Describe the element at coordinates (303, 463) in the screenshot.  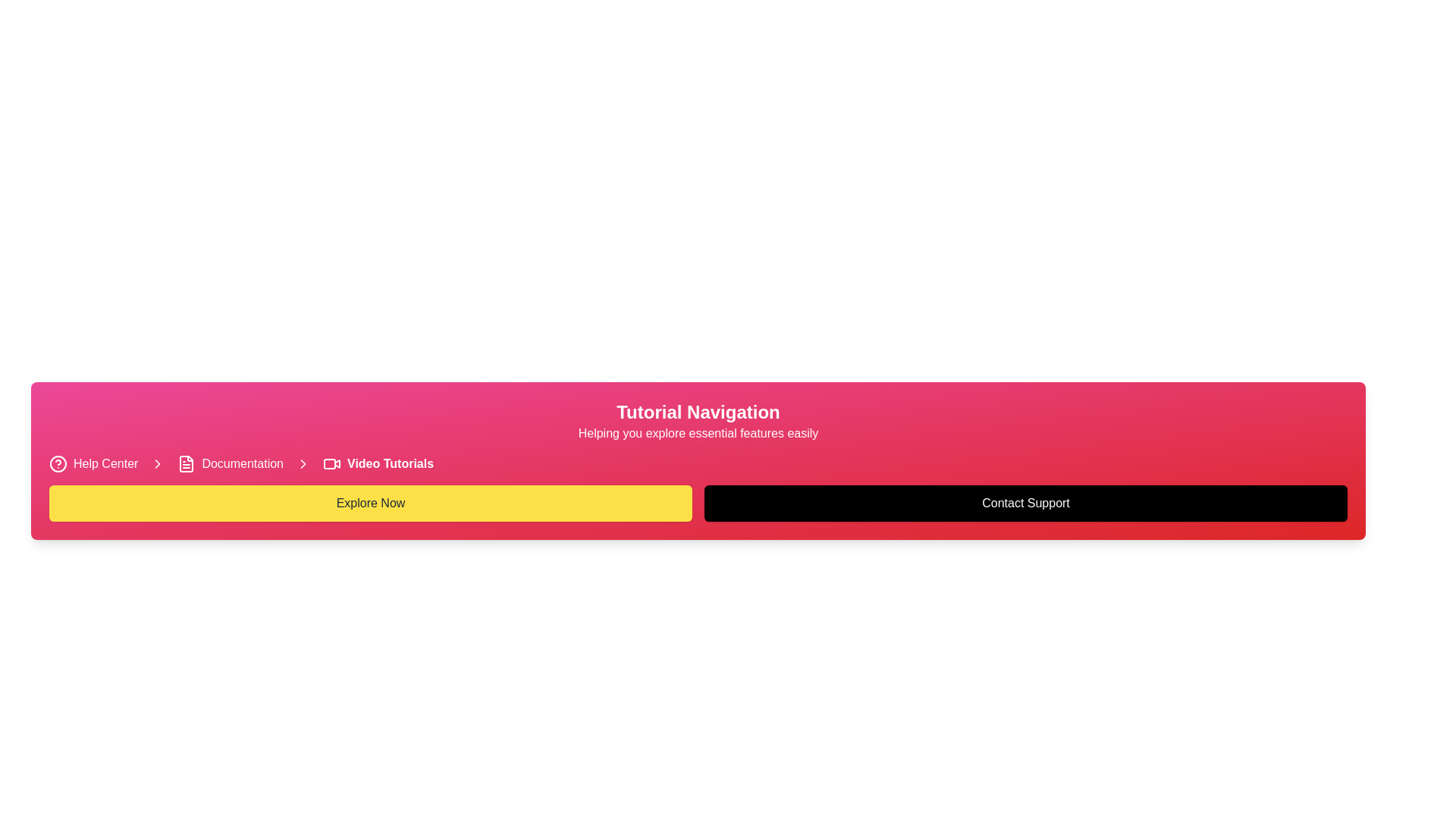
I see `the rightward-pointing arrow icon with a chevron design, which is white in color and serves as a separator between the 'Documentation' and 'Video Tutorials' links in the navigation bar` at that location.